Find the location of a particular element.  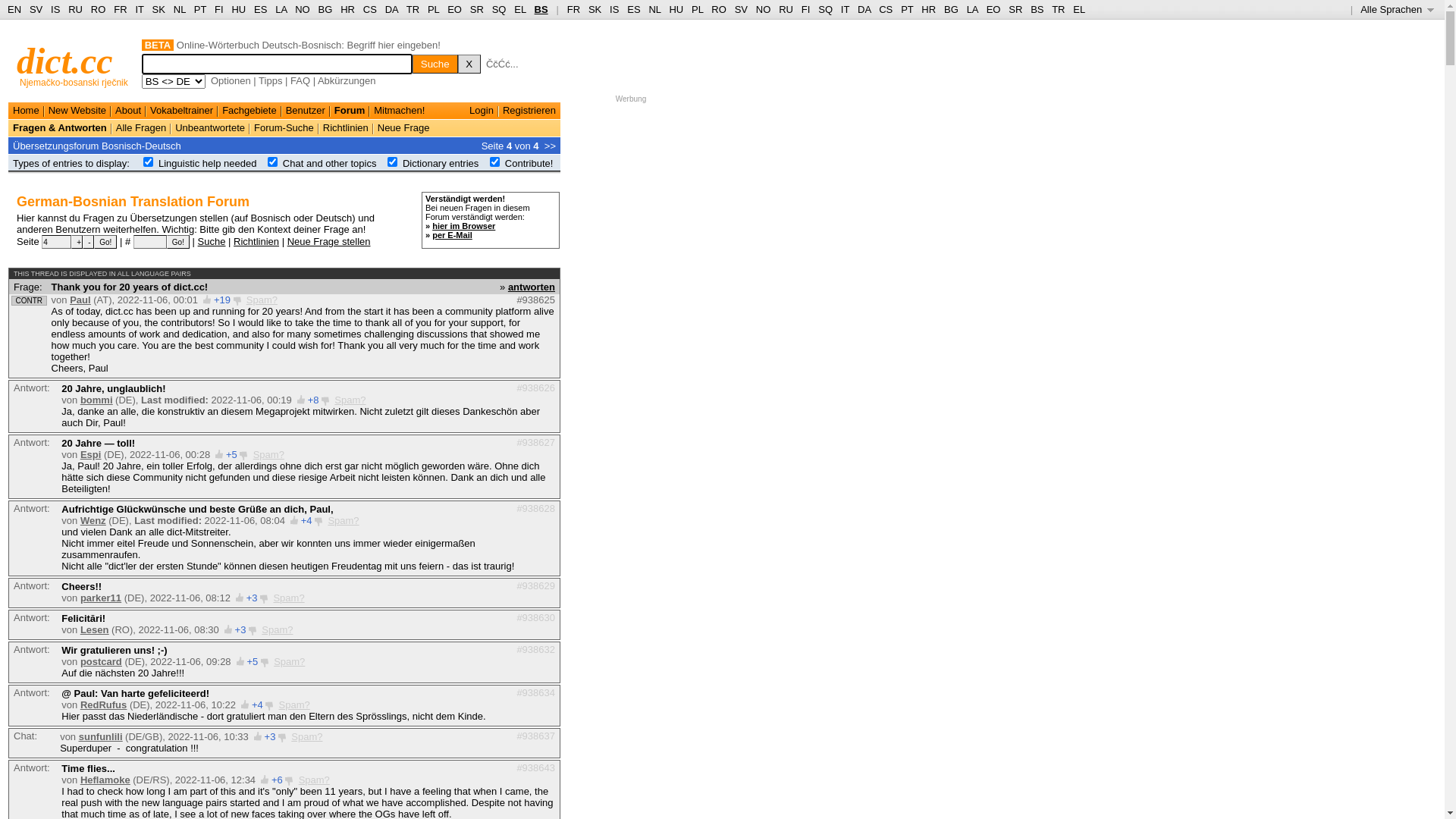

'FAQ' is located at coordinates (300, 80).